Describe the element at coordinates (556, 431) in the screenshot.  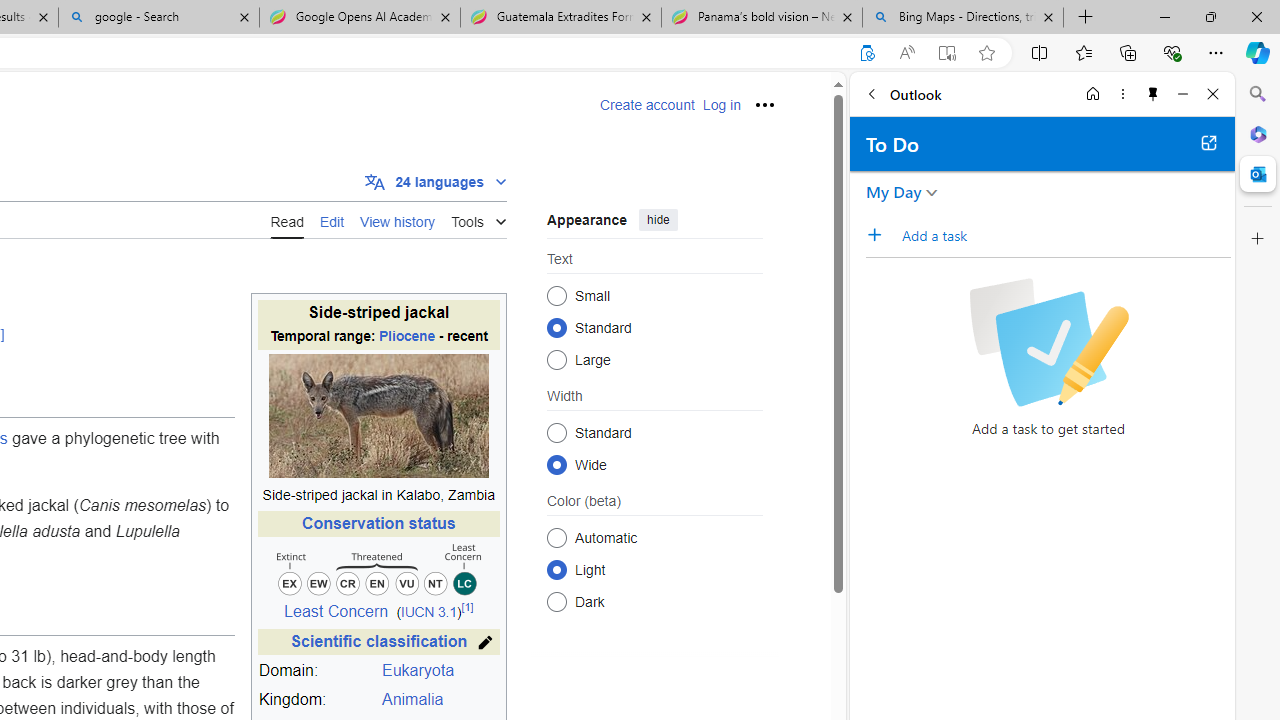
I see `'Standard'` at that location.